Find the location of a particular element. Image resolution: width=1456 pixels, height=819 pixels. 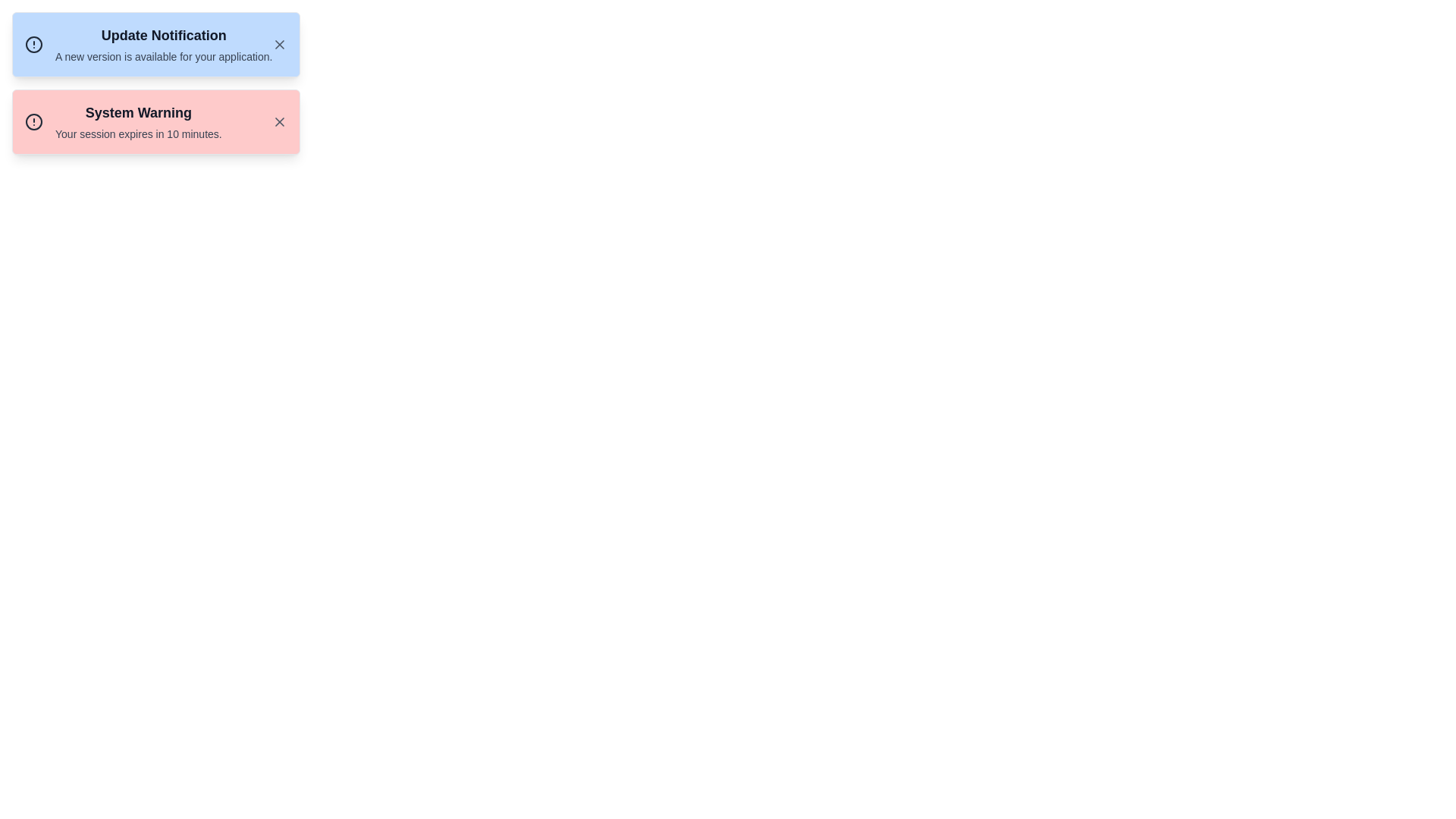

close button of the notification identified by Update Notification is located at coordinates (280, 43).